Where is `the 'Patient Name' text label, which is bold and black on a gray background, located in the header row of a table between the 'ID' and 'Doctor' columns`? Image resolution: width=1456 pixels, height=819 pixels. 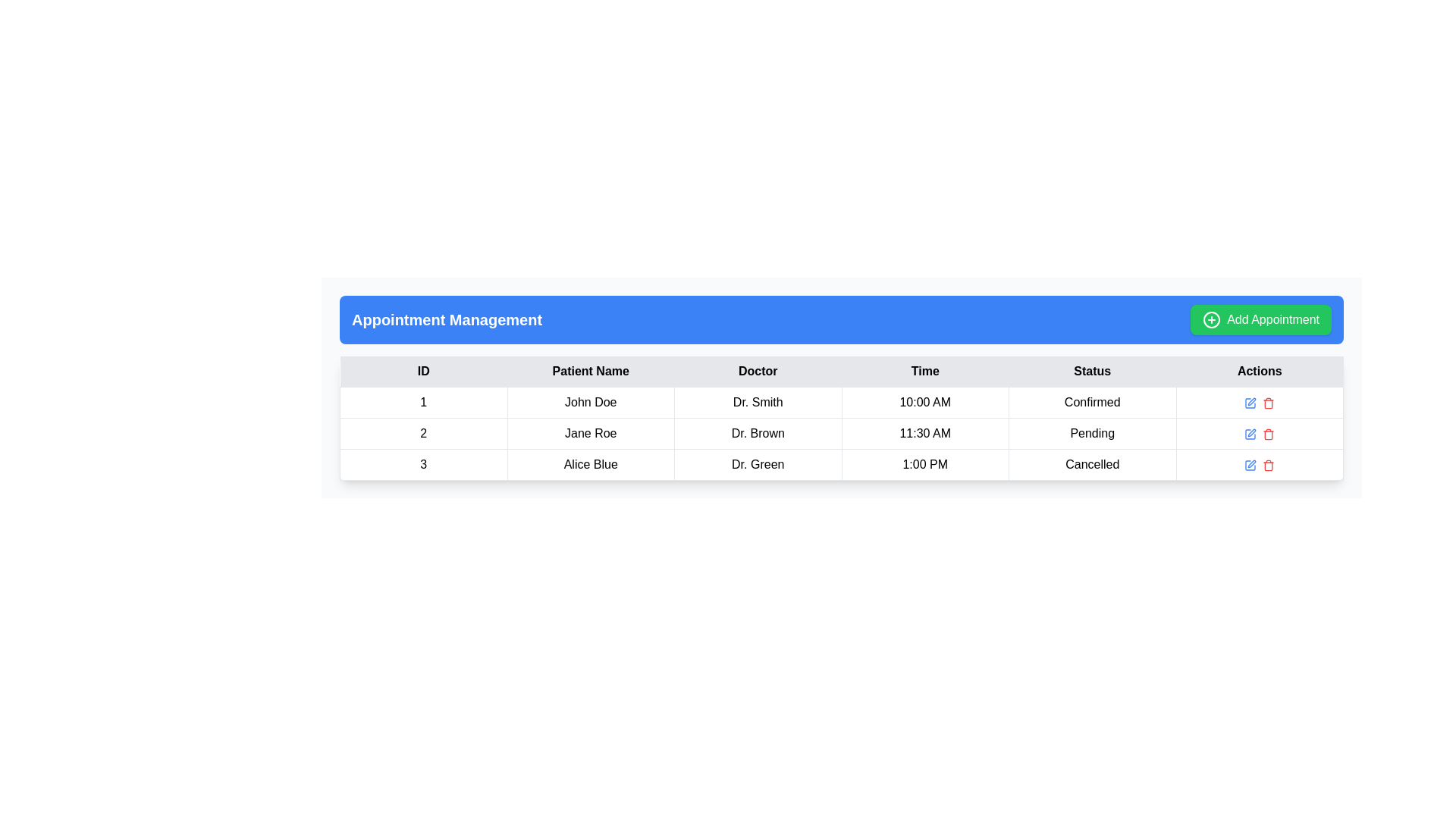
the 'Patient Name' text label, which is bold and black on a gray background, located in the header row of a table between the 'ID' and 'Doctor' columns is located at coordinates (590, 372).